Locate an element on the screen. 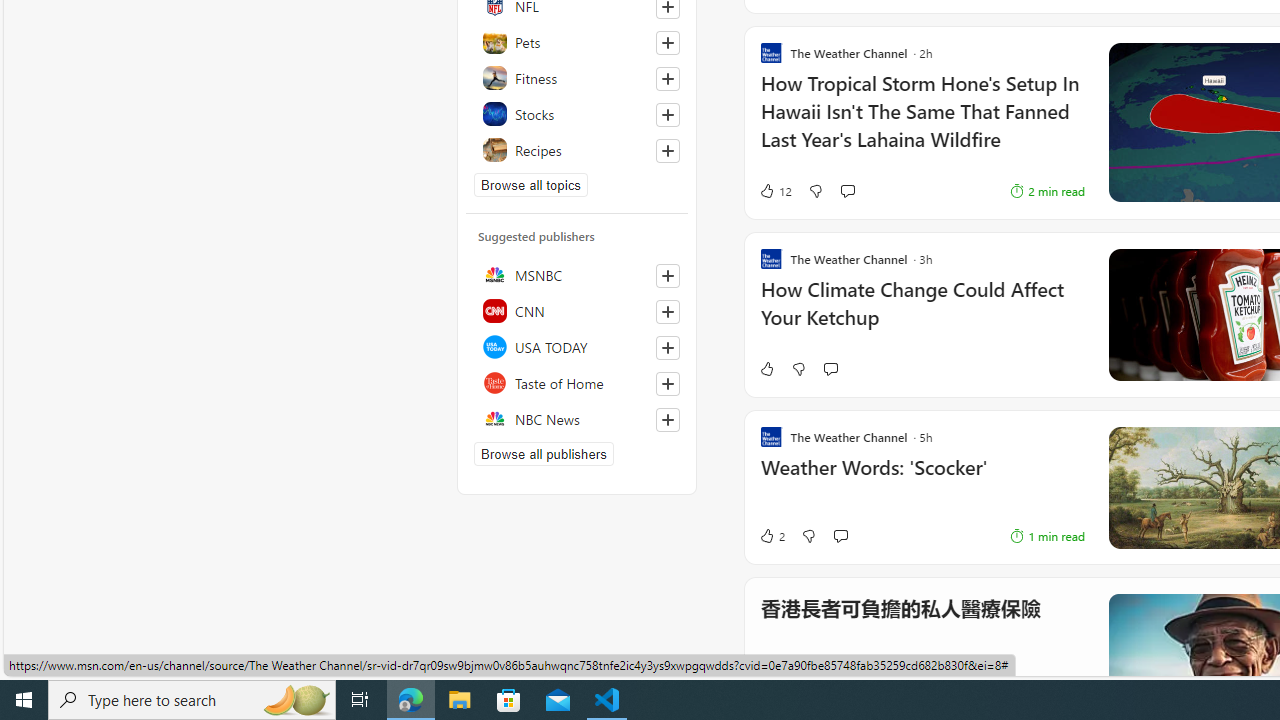 This screenshot has width=1280, height=720. 'Taste of Home' is located at coordinates (576, 383).